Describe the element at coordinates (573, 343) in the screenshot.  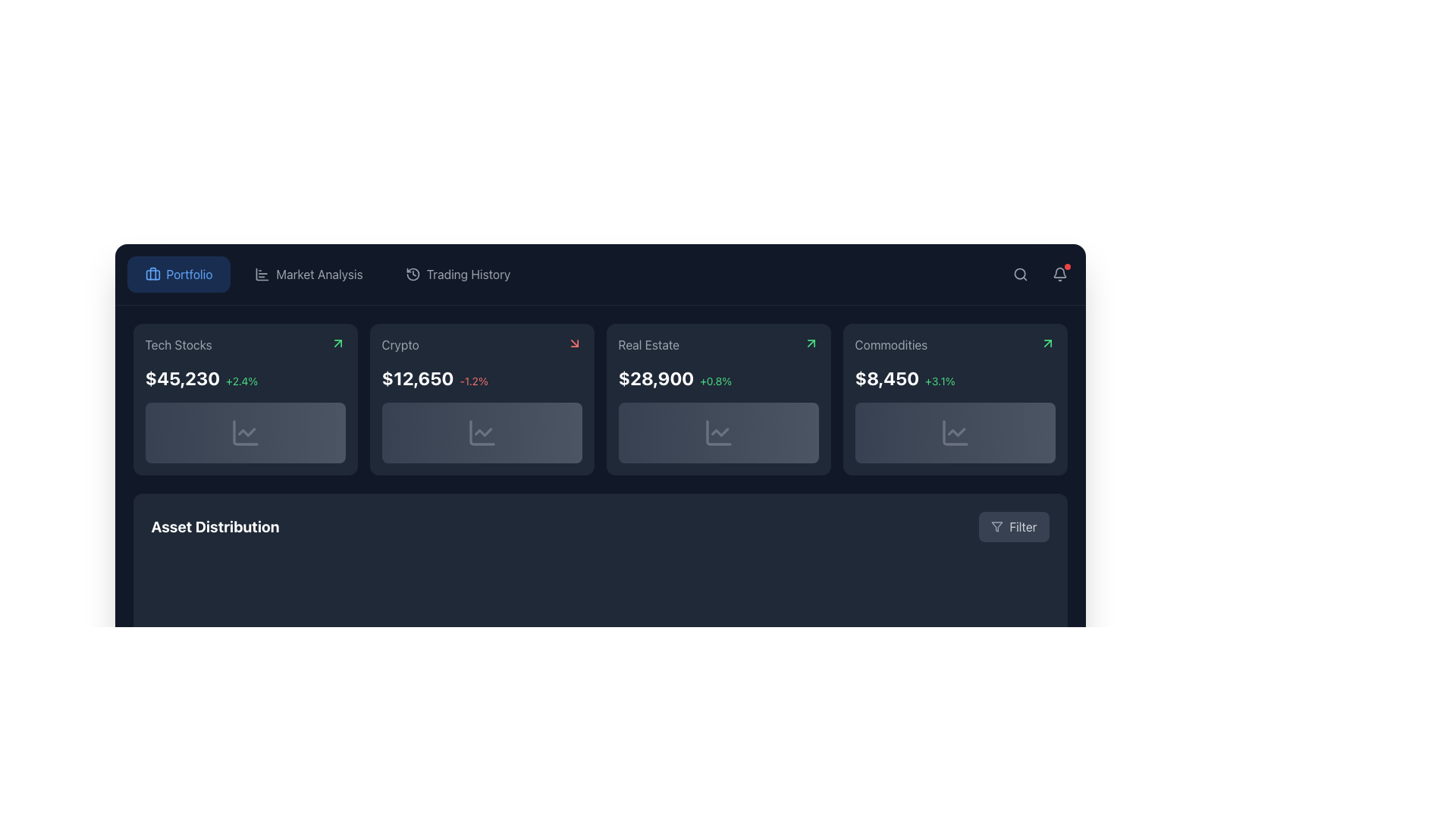
I see `the small red arrow icon pointing downwards and to the right located in the top-right corner of the 'Crypto' card on the dashboard interface` at that location.